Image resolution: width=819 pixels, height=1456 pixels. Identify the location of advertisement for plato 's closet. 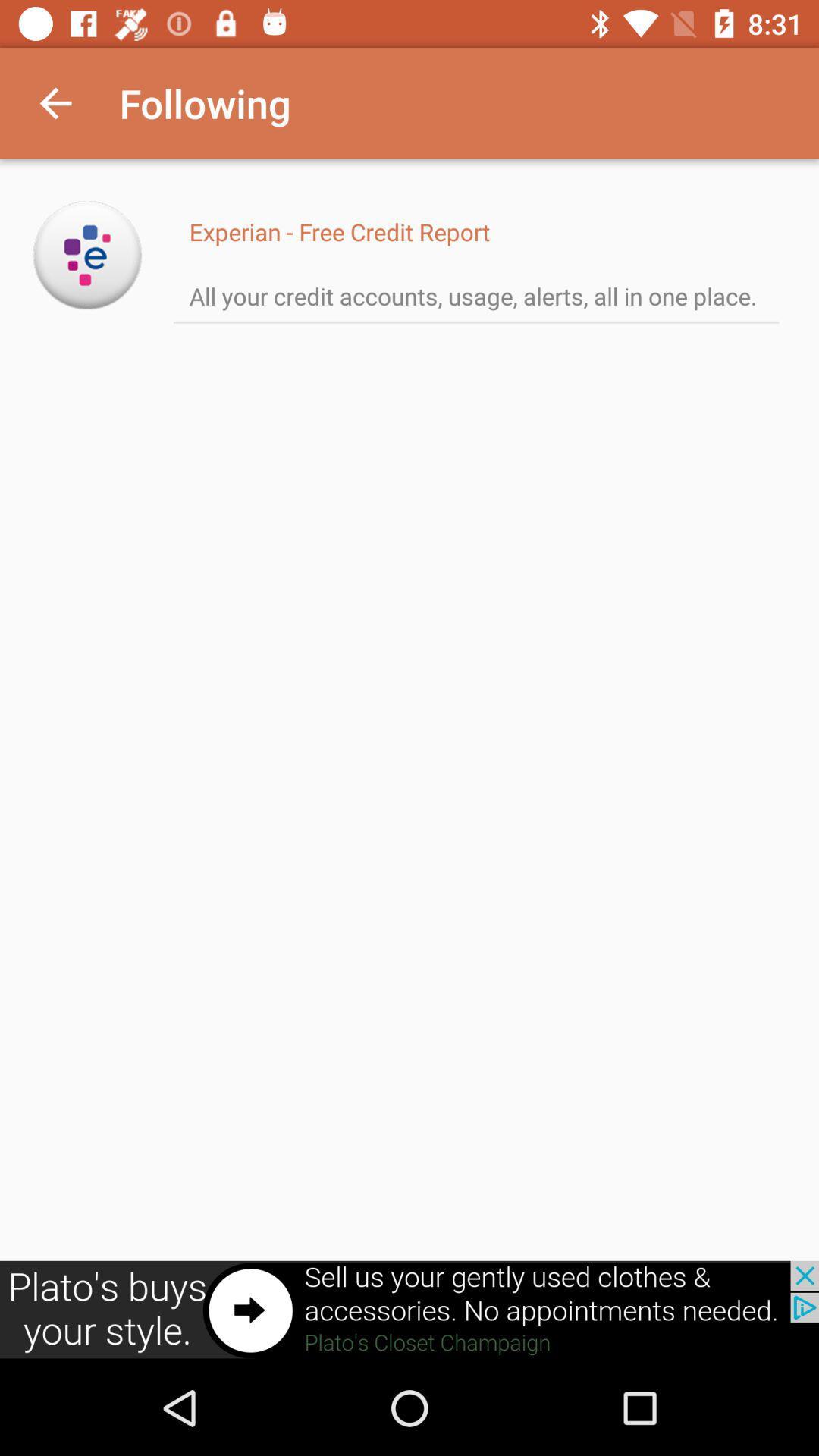
(409, 1310).